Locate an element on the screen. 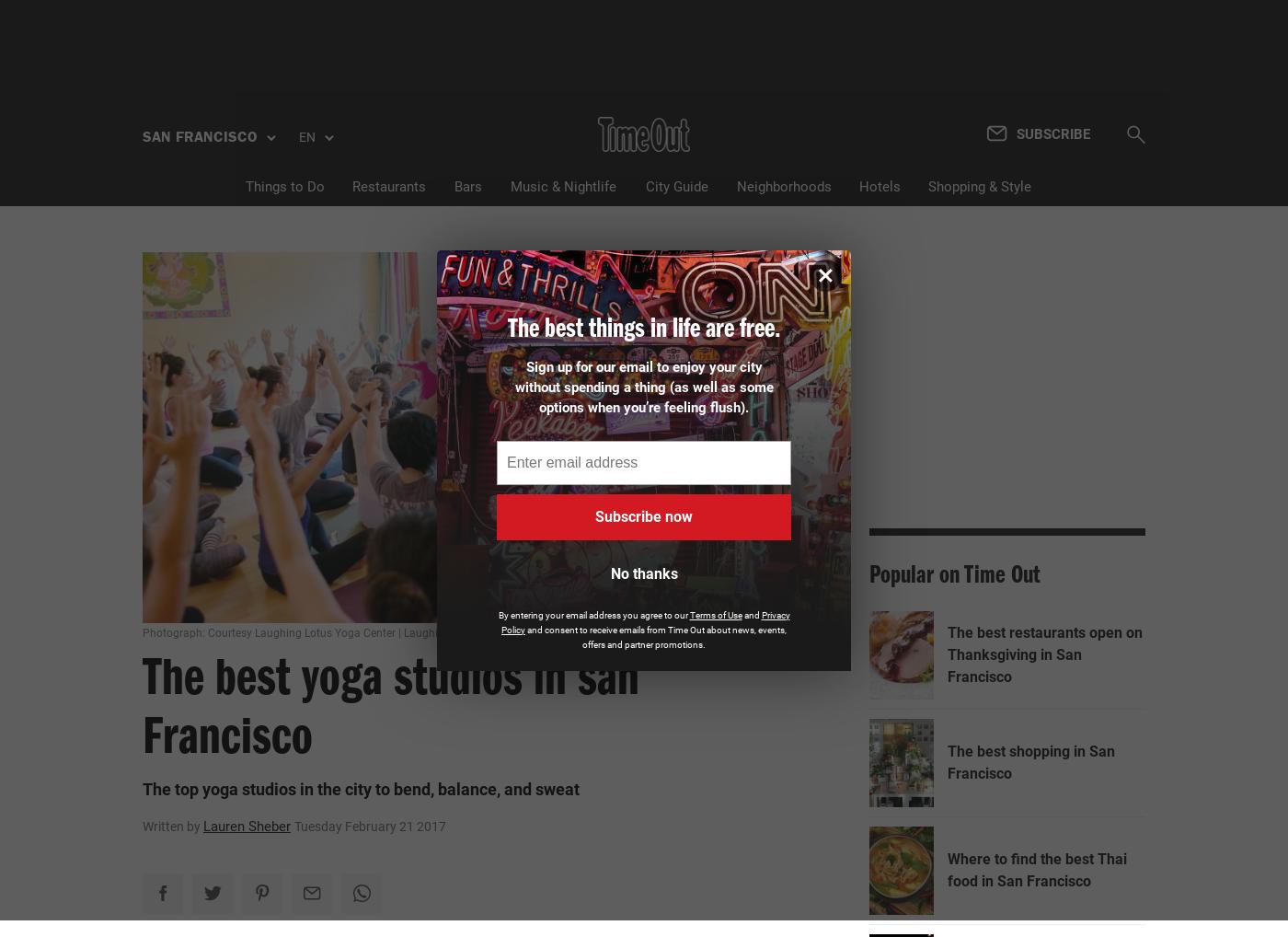  'The best shopping in San Francisco' is located at coordinates (1030, 761).